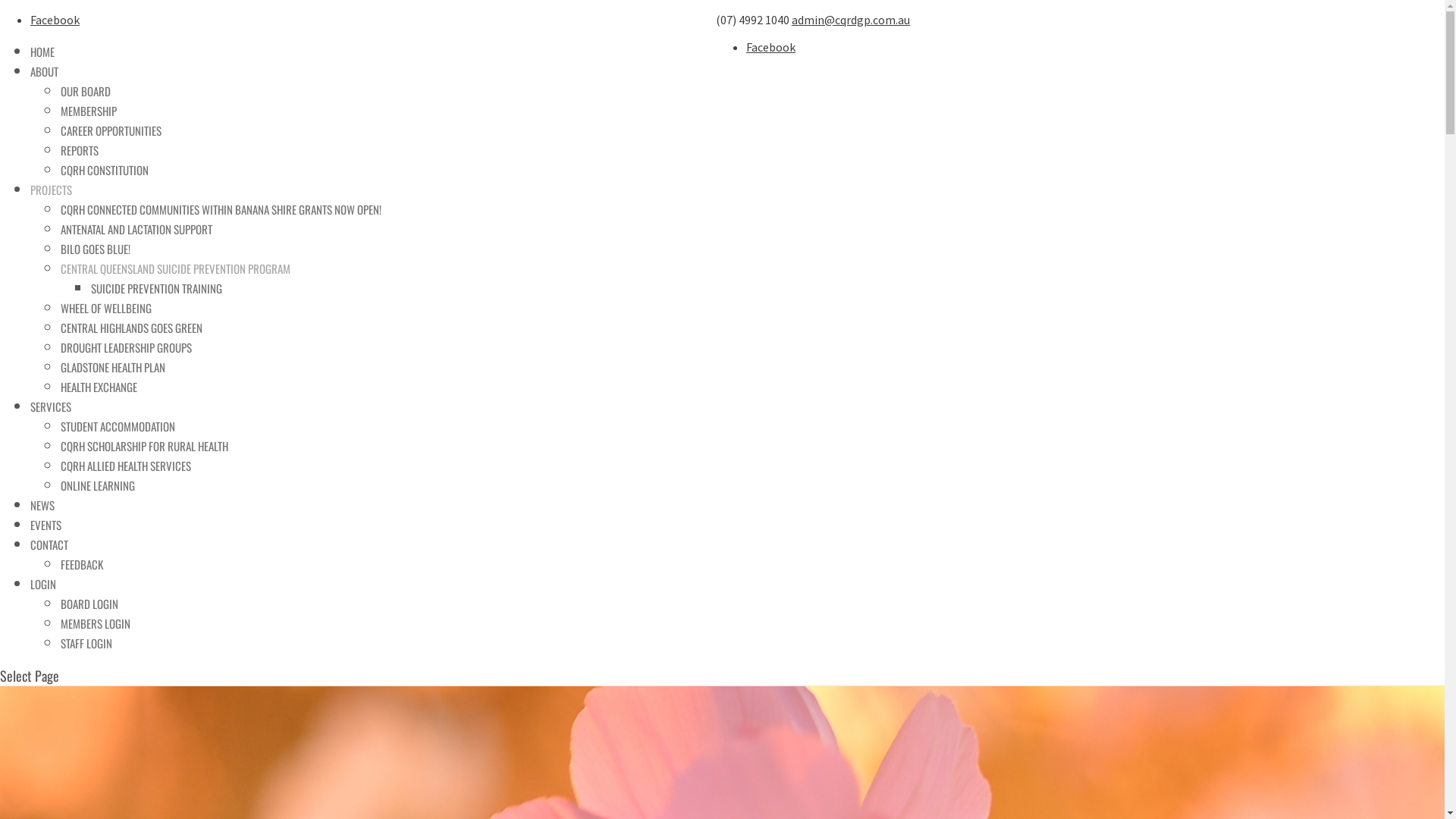 The image size is (1456, 819). I want to click on 'SERVICES', so click(51, 406).